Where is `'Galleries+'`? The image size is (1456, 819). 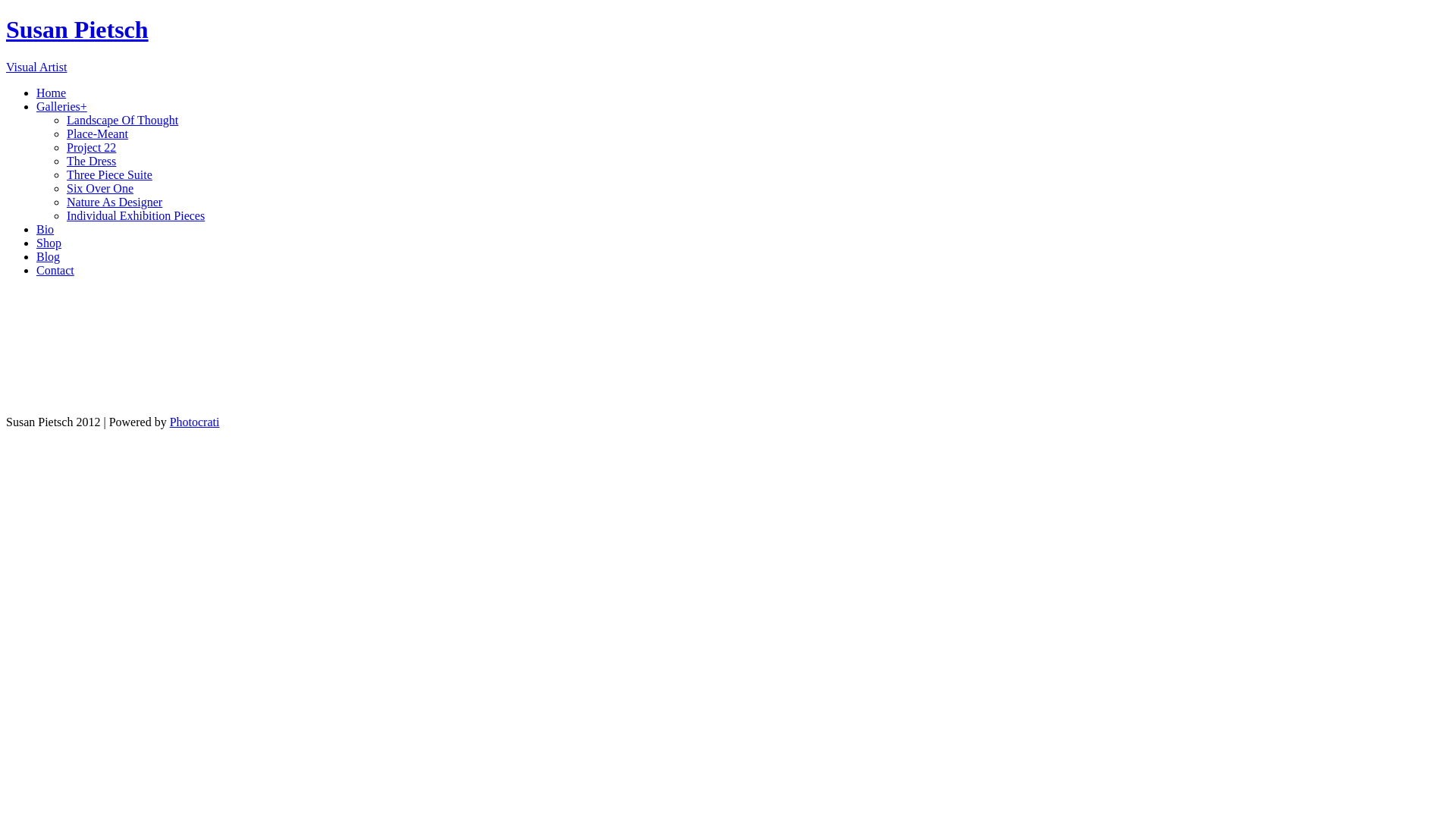 'Galleries+' is located at coordinates (61, 105).